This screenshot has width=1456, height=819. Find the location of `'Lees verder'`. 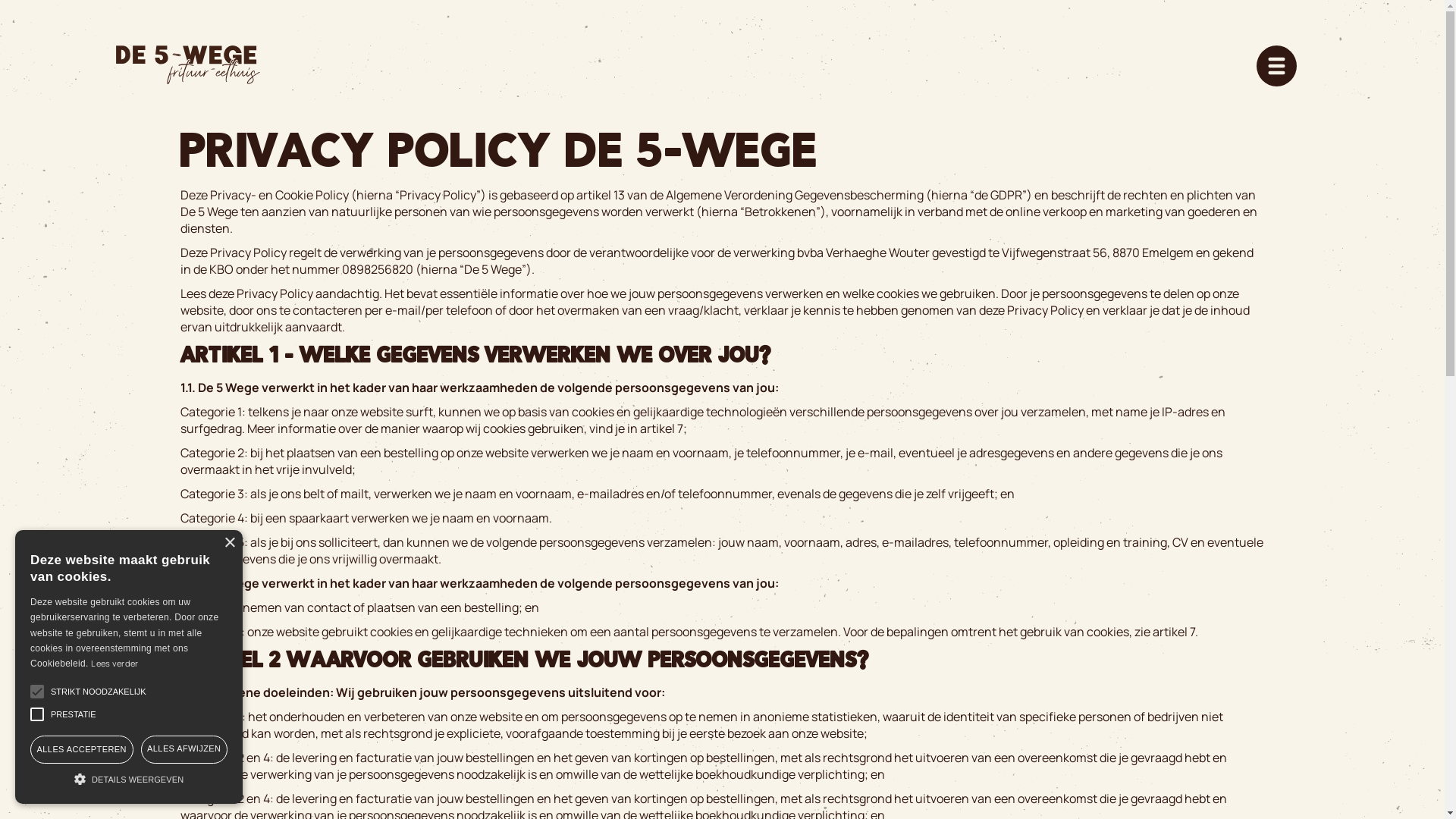

'Lees verder' is located at coordinates (113, 662).